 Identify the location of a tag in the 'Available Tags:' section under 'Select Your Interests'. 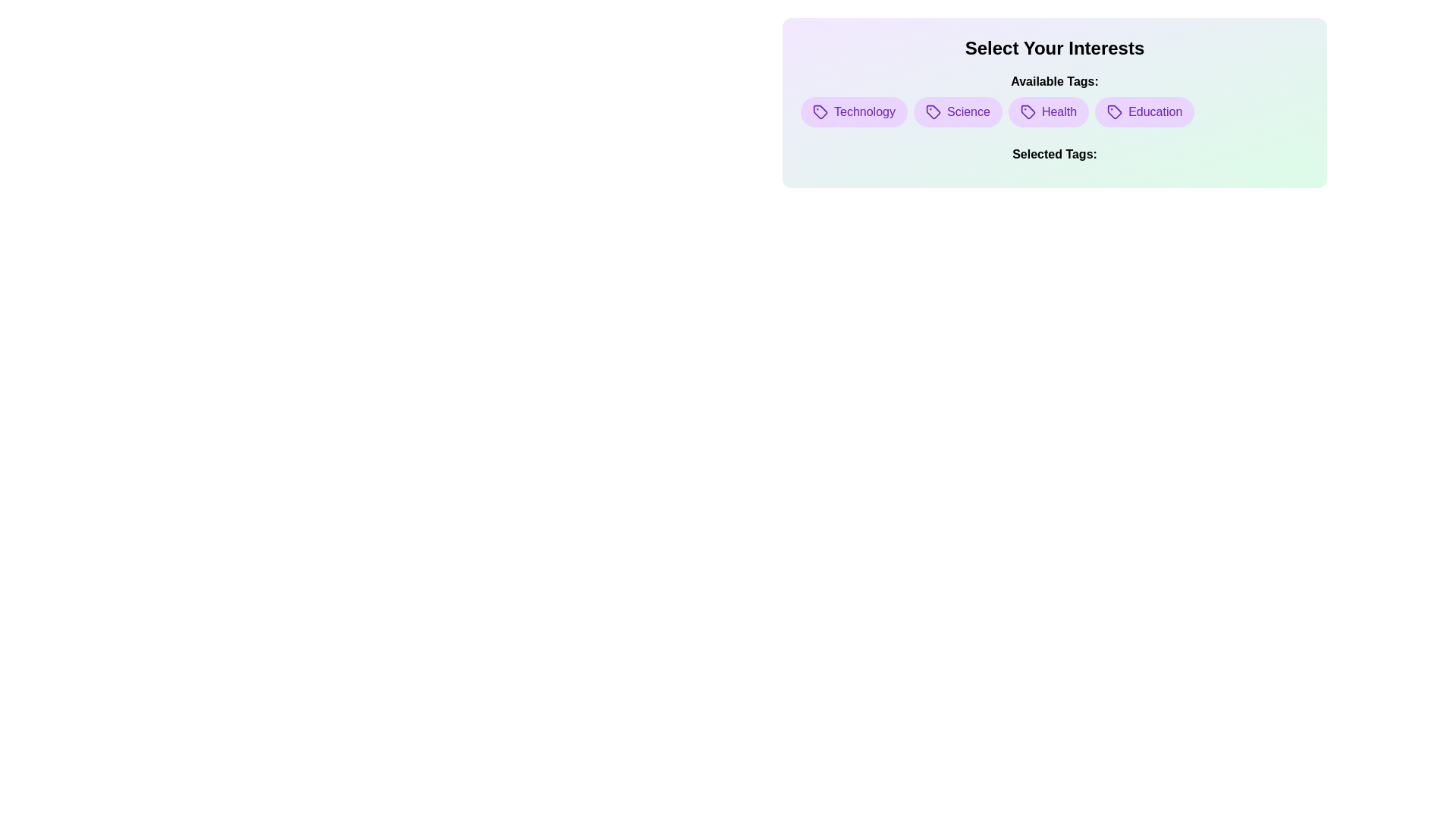
(1054, 99).